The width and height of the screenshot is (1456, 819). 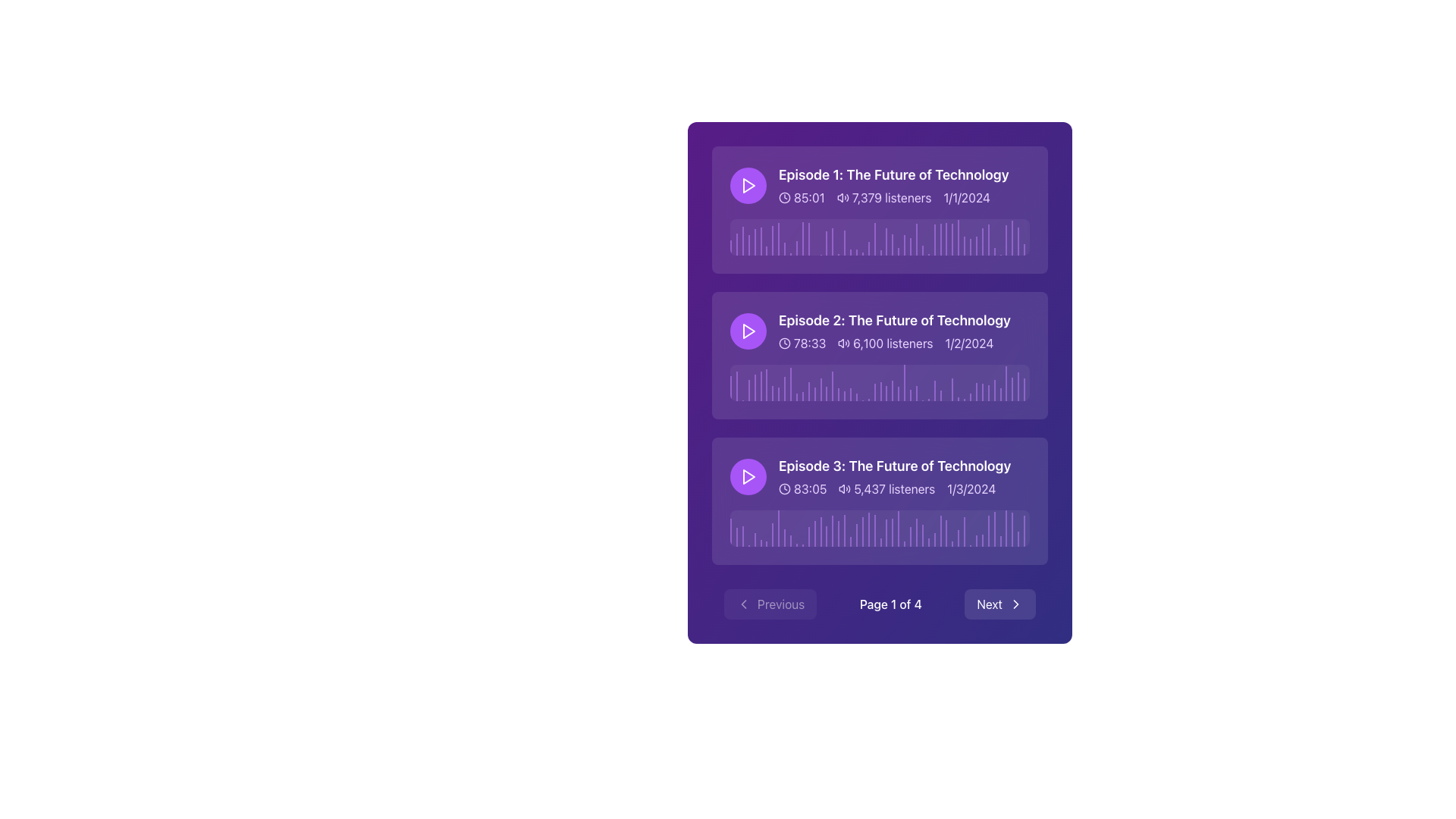 What do you see at coordinates (893, 197) in the screenshot?
I see `informational text group located below the title 'Episode 1: The Future of Technology', which displays the episode's duration, listener count, and release date` at bounding box center [893, 197].